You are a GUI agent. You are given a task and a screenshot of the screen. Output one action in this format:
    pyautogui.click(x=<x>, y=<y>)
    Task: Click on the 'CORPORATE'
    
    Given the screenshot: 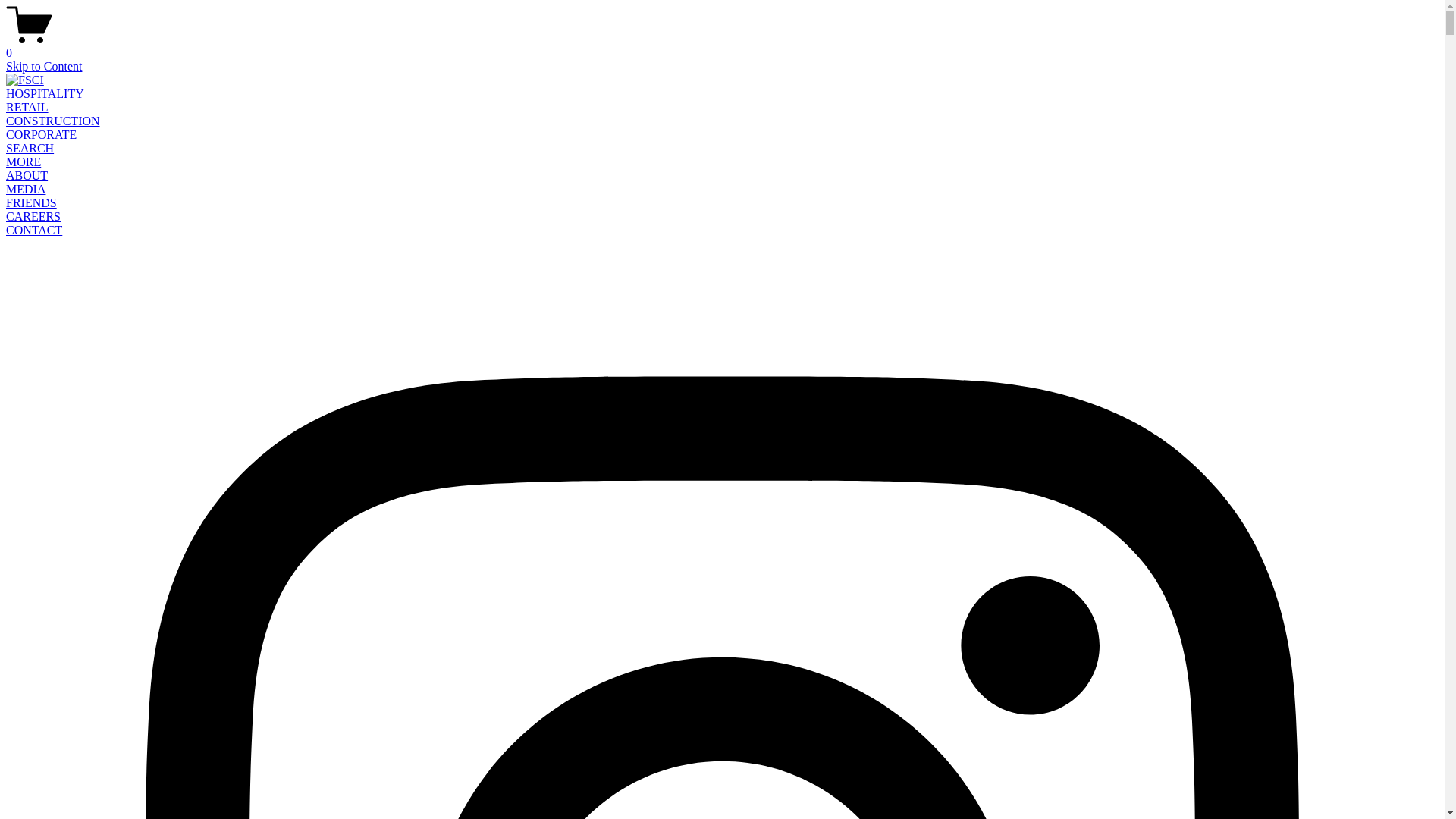 What is the action you would take?
    pyautogui.click(x=41, y=133)
    